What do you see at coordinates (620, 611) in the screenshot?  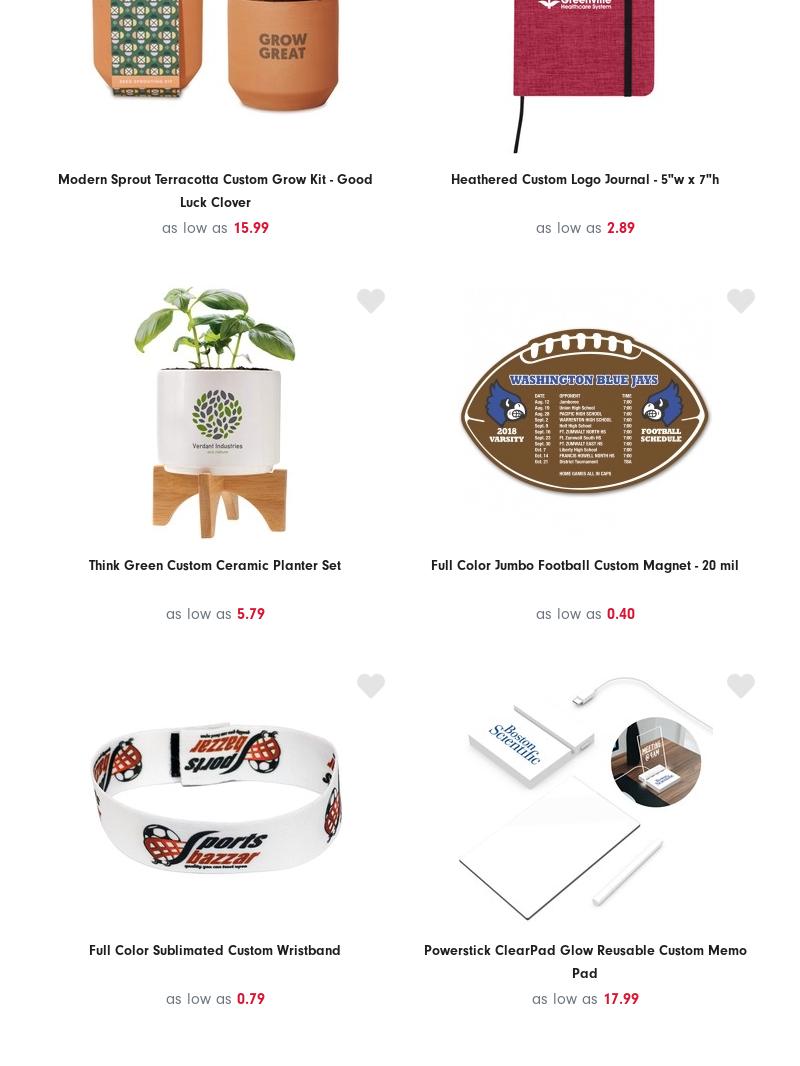 I see `'0.40'` at bounding box center [620, 611].